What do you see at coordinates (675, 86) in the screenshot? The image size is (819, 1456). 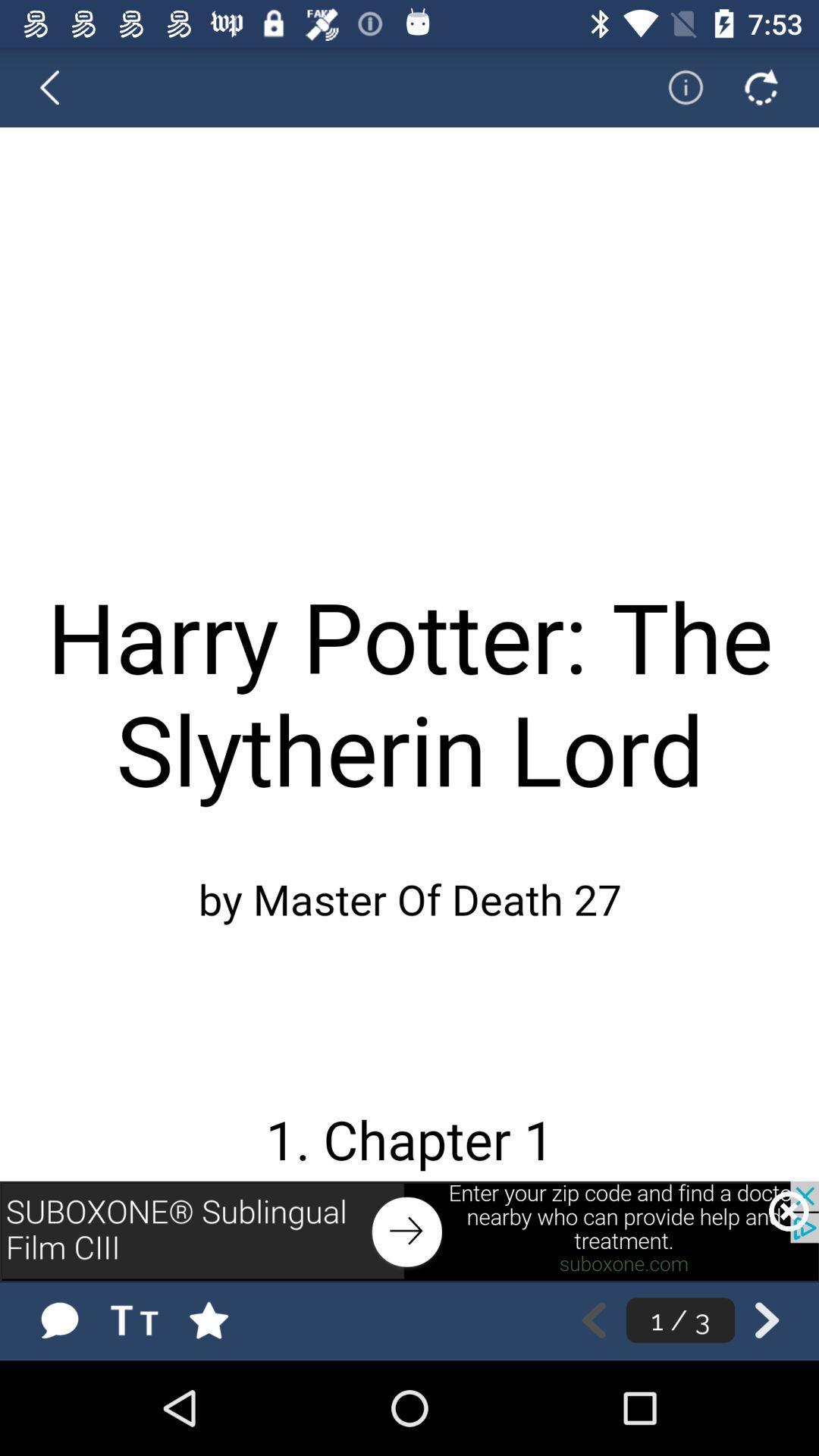 I see `info` at bounding box center [675, 86].